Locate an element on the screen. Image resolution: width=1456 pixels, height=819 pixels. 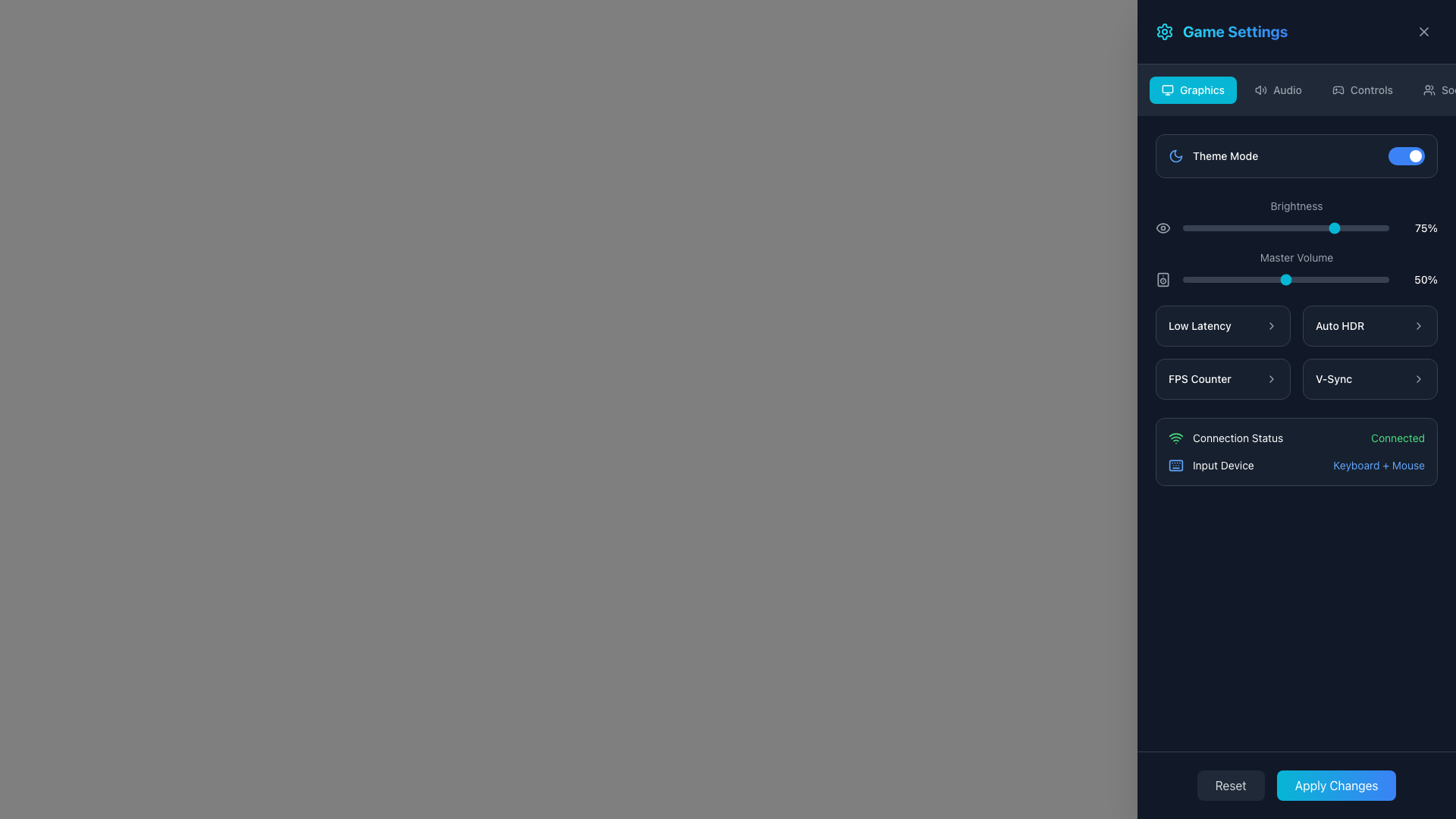
the cogwheel icon located is located at coordinates (1164, 32).